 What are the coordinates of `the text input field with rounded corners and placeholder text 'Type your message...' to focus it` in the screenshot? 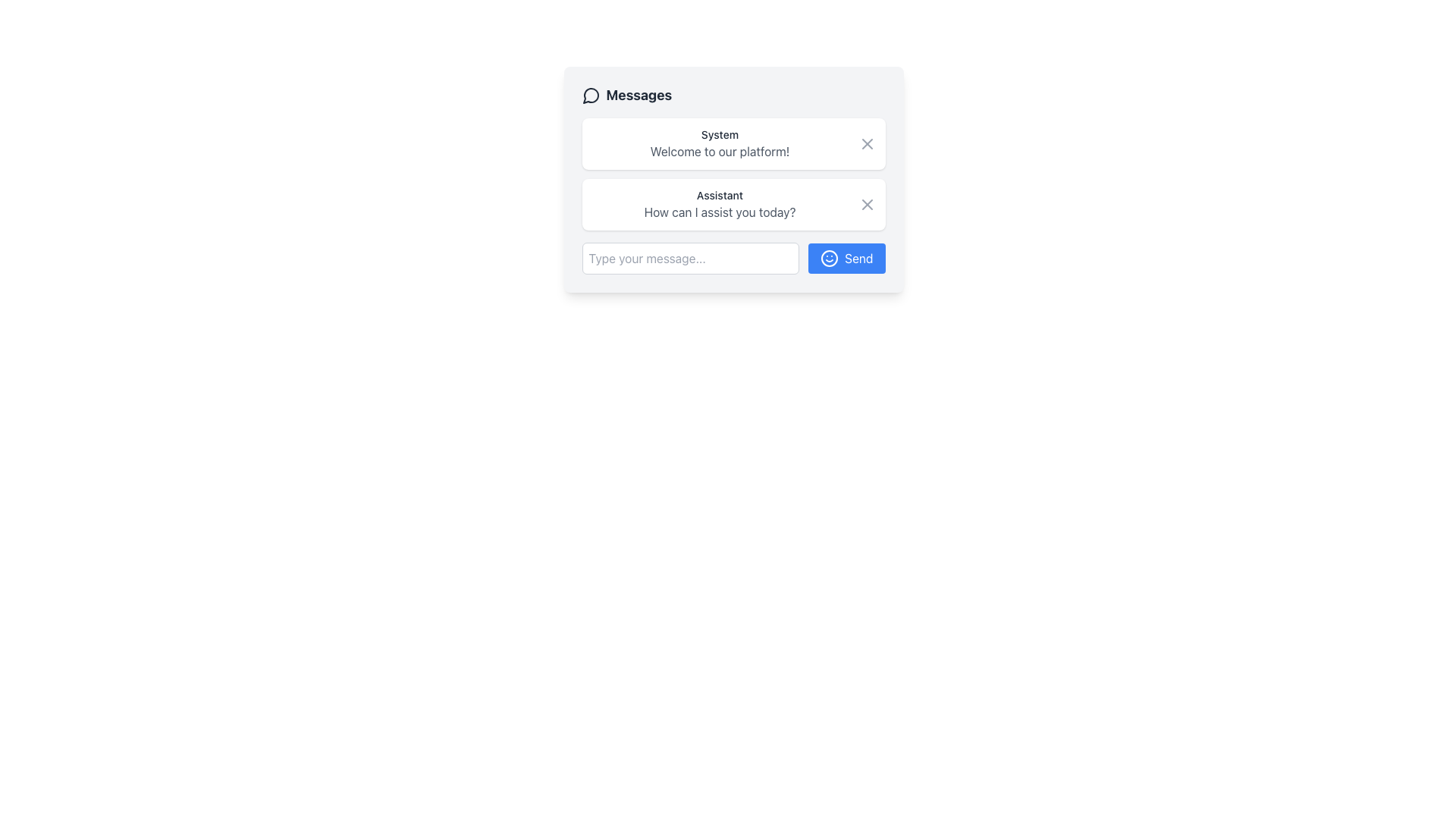 It's located at (689, 257).